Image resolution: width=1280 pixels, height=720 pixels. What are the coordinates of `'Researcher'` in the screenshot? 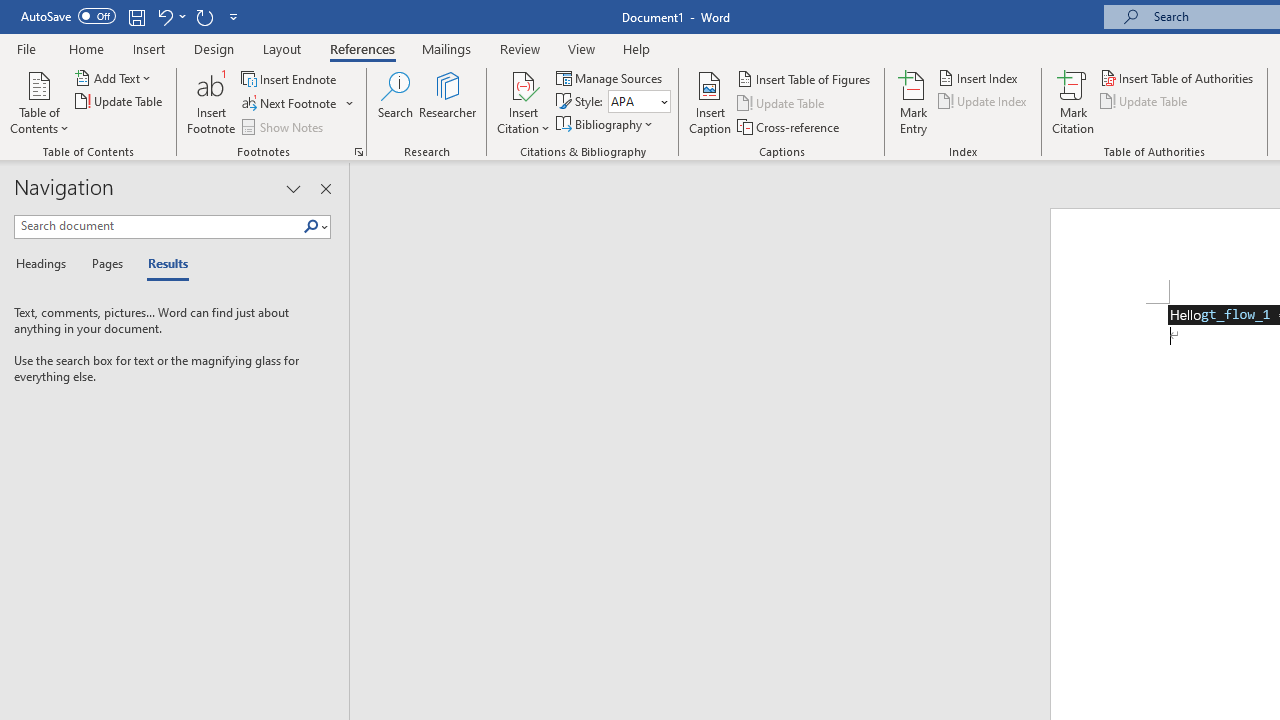 It's located at (447, 103).